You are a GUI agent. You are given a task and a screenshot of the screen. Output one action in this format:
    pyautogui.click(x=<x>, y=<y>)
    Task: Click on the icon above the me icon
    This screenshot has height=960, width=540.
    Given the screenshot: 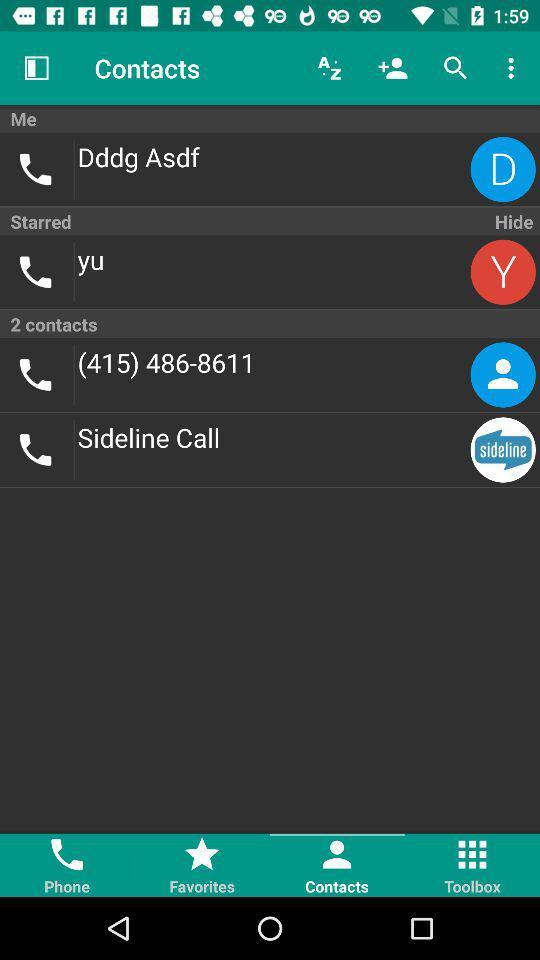 What is the action you would take?
    pyautogui.click(x=455, y=68)
    